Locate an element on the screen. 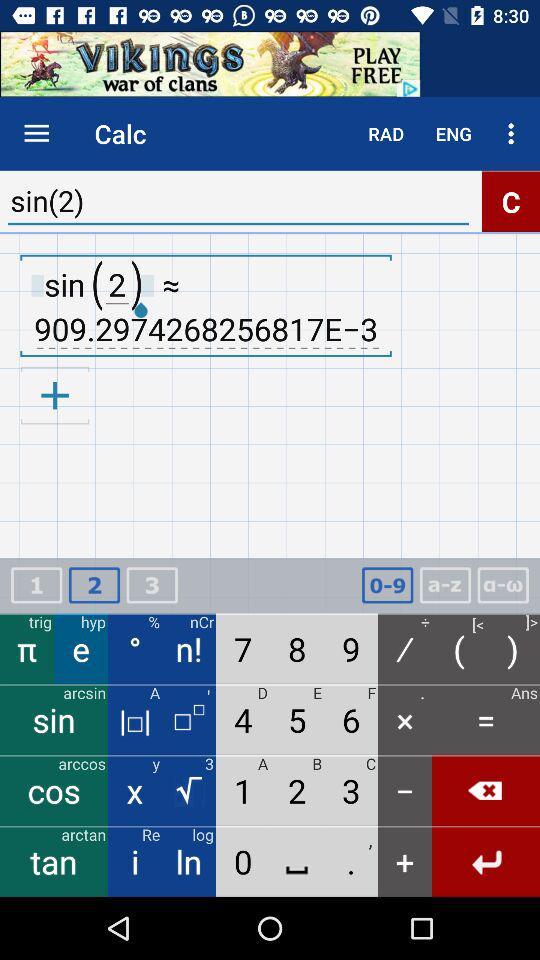 The height and width of the screenshot is (960, 540). page 2 is located at coordinates (93, 585).